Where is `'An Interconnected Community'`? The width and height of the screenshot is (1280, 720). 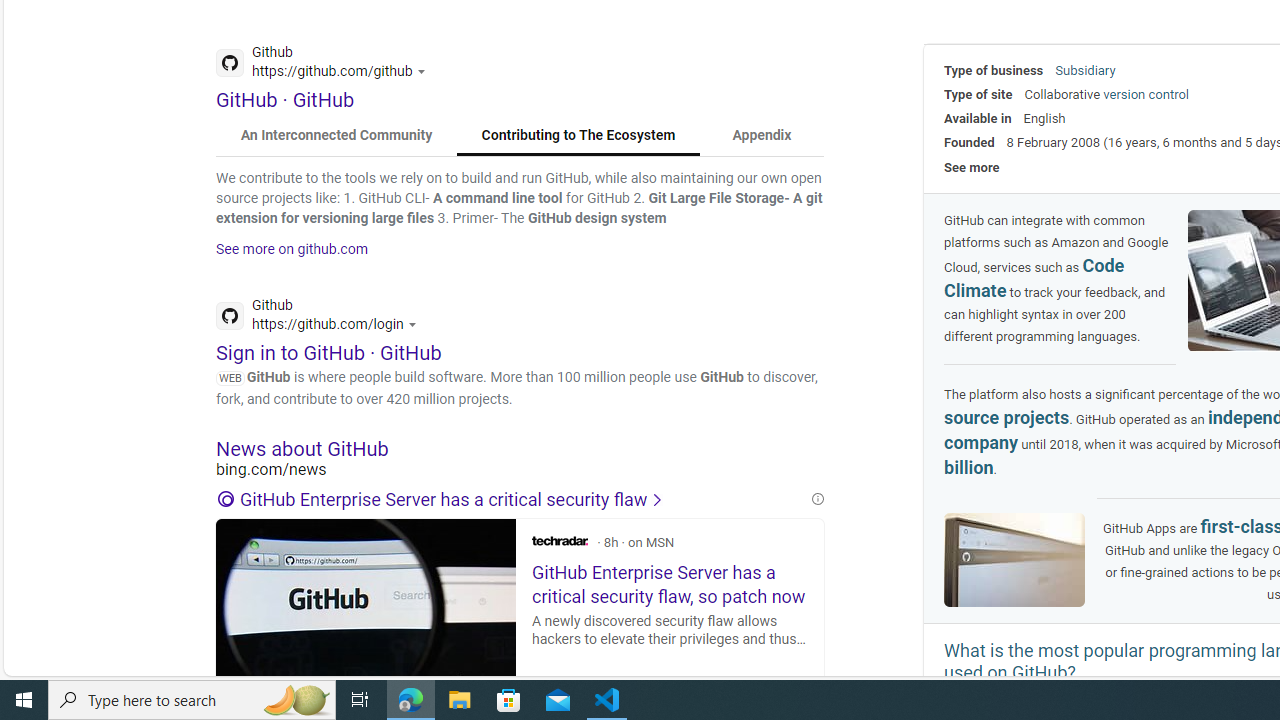
'An Interconnected Community' is located at coordinates (337, 135).